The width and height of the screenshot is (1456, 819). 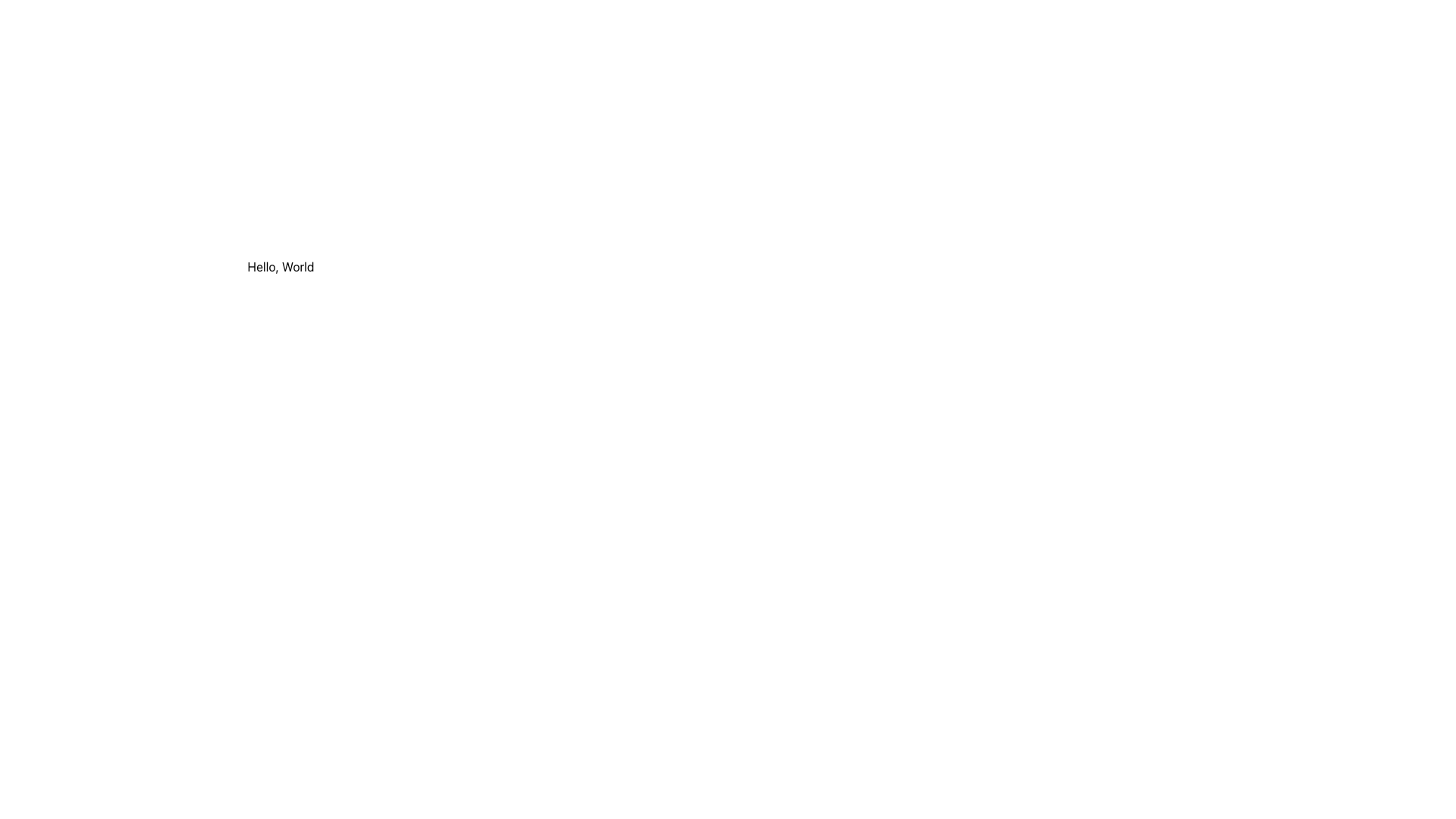 What do you see at coordinates (281, 265) in the screenshot?
I see `the static text element displaying 'Hello, World'` at bounding box center [281, 265].